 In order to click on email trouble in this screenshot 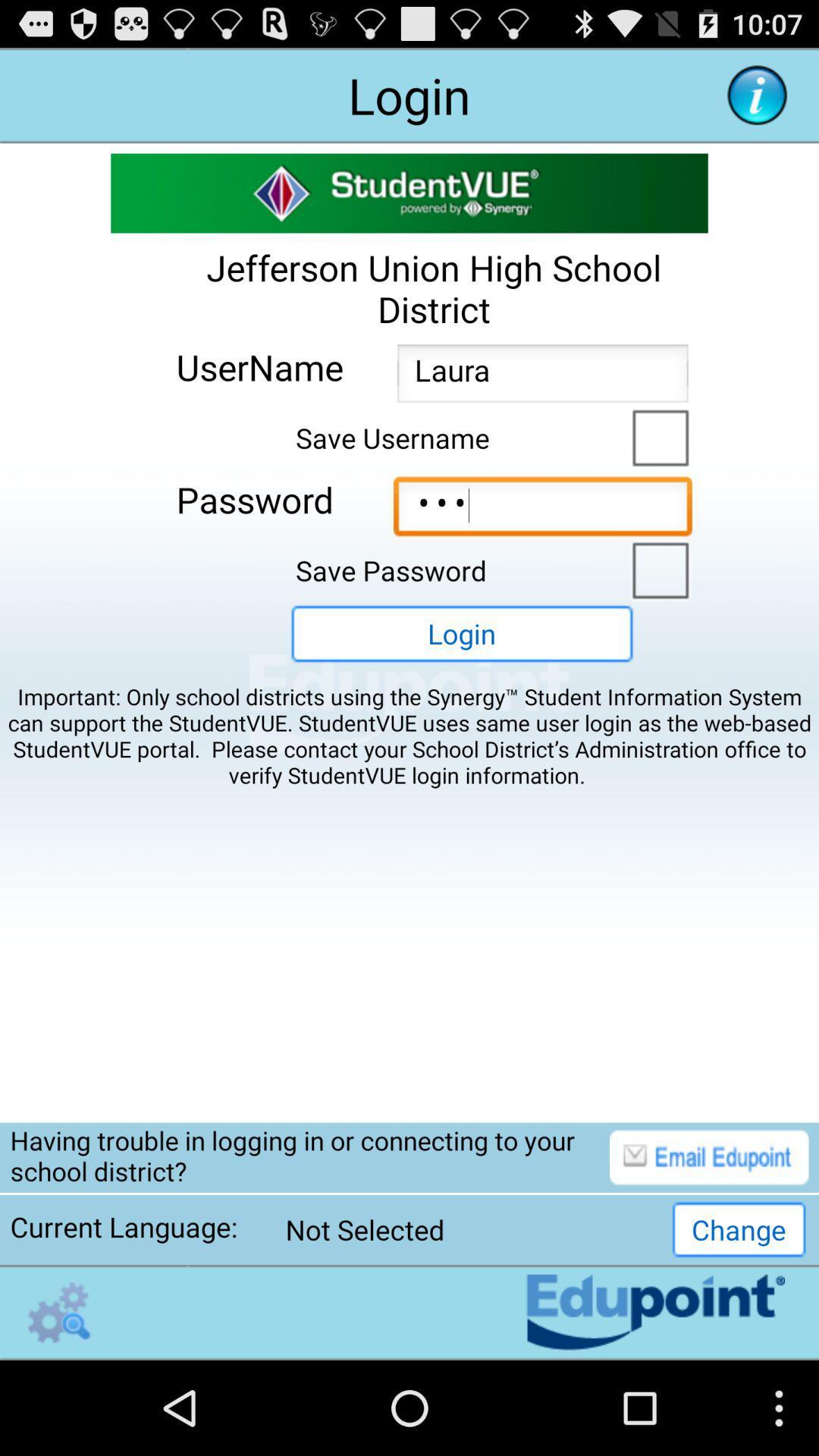, I will do `click(709, 1156)`.